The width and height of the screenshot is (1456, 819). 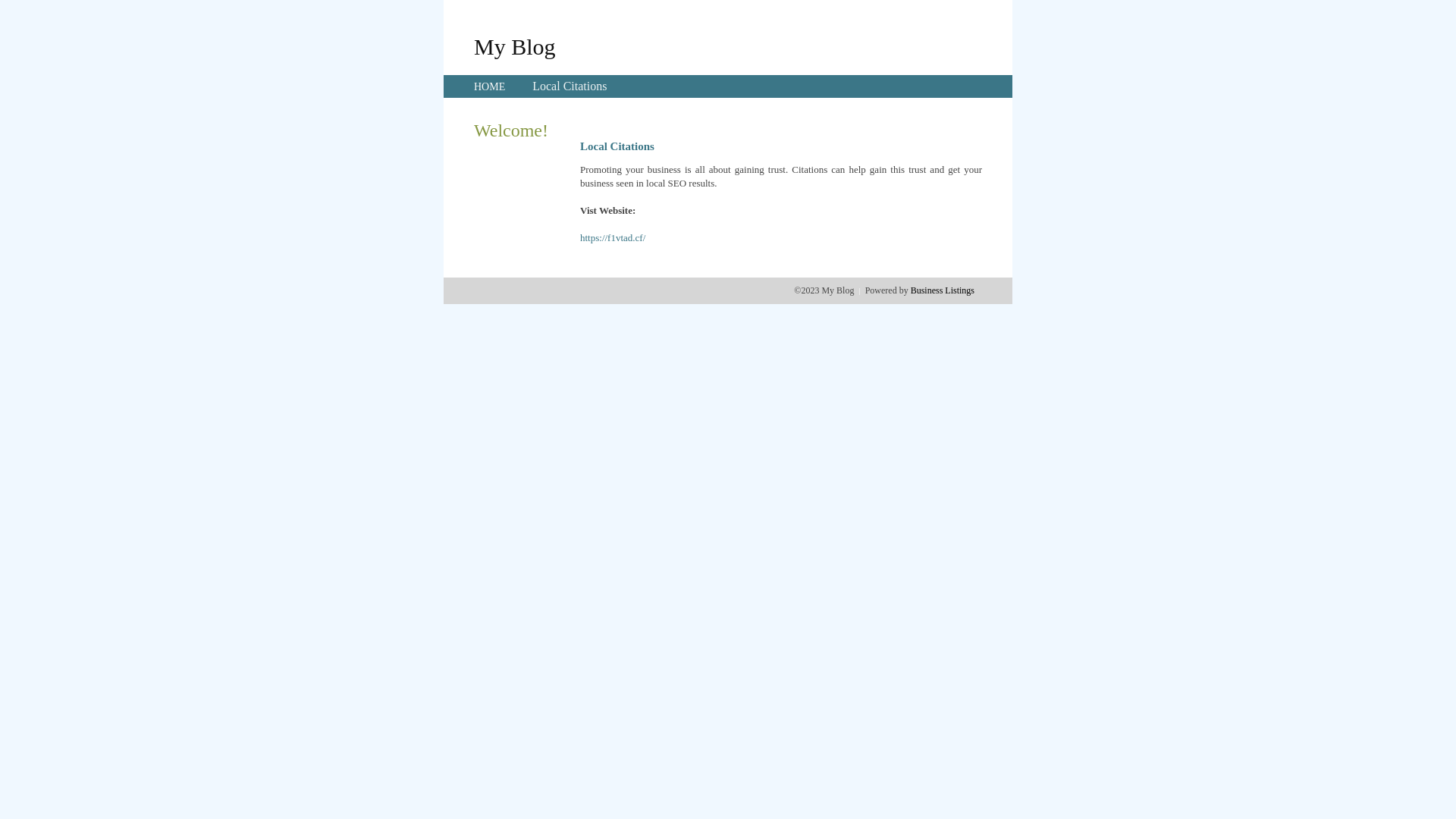 What do you see at coordinates (489, 86) in the screenshot?
I see `'HOME'` at bounding box center [489, 86].